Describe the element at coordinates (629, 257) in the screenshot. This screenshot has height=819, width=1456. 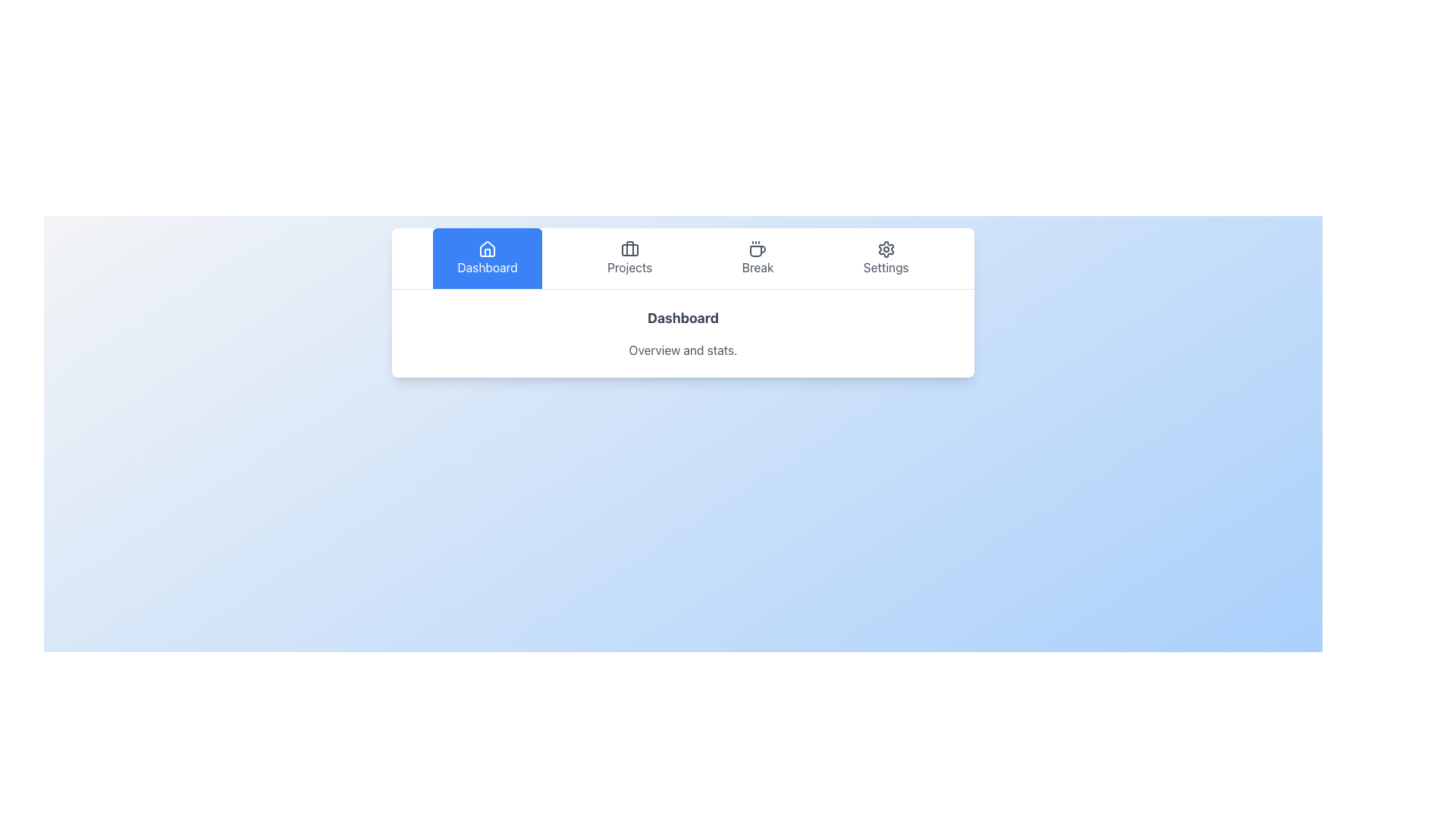
I see `the Navigation Button that leads to the 'Projects' section of the application` at that location.